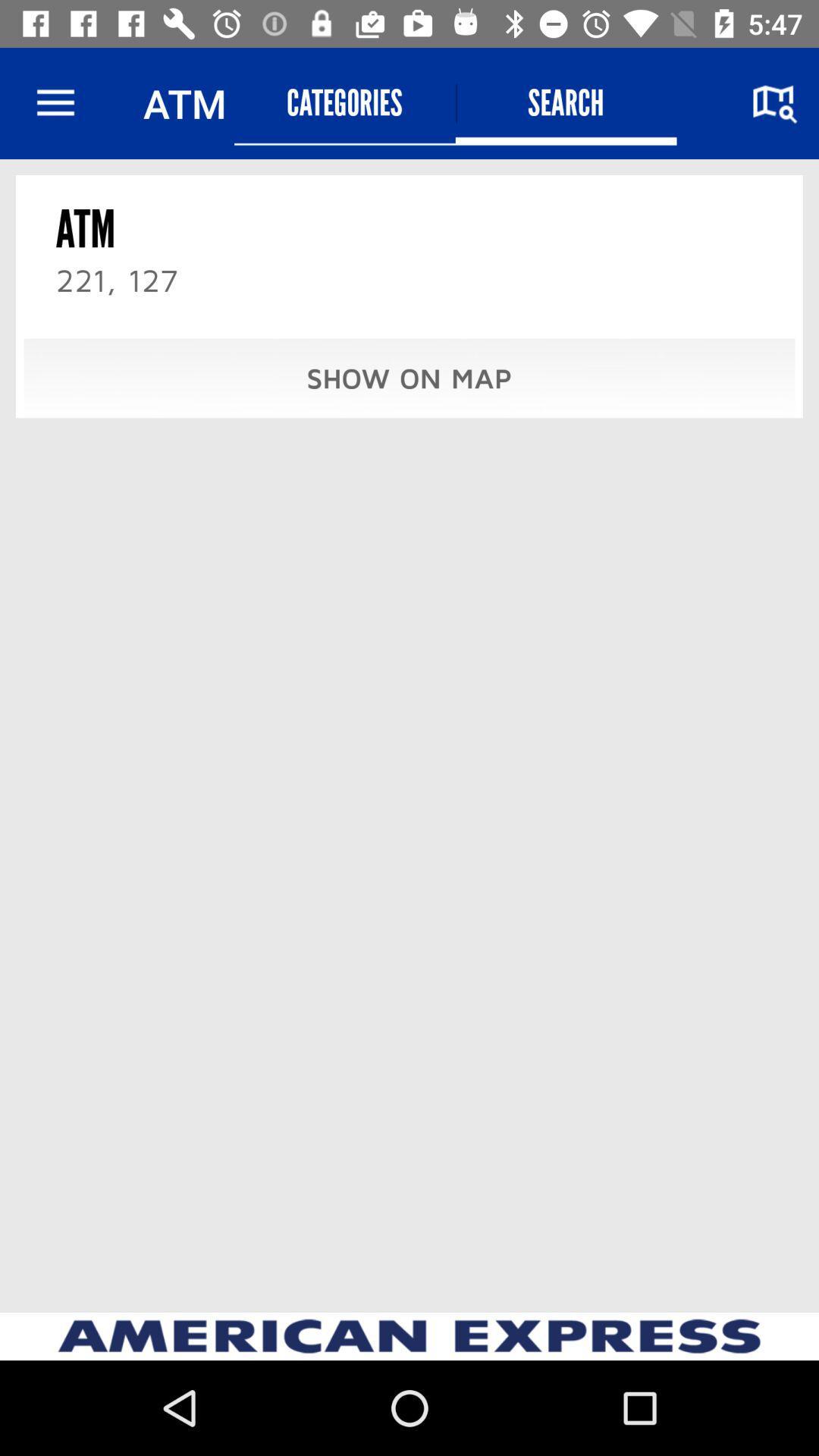 The width and height of the screenshot is (819, 1456). What do you see at coordinates (55, 102) in the screenshot?
I see `item above the atm item` at bounding box center [55, 102].